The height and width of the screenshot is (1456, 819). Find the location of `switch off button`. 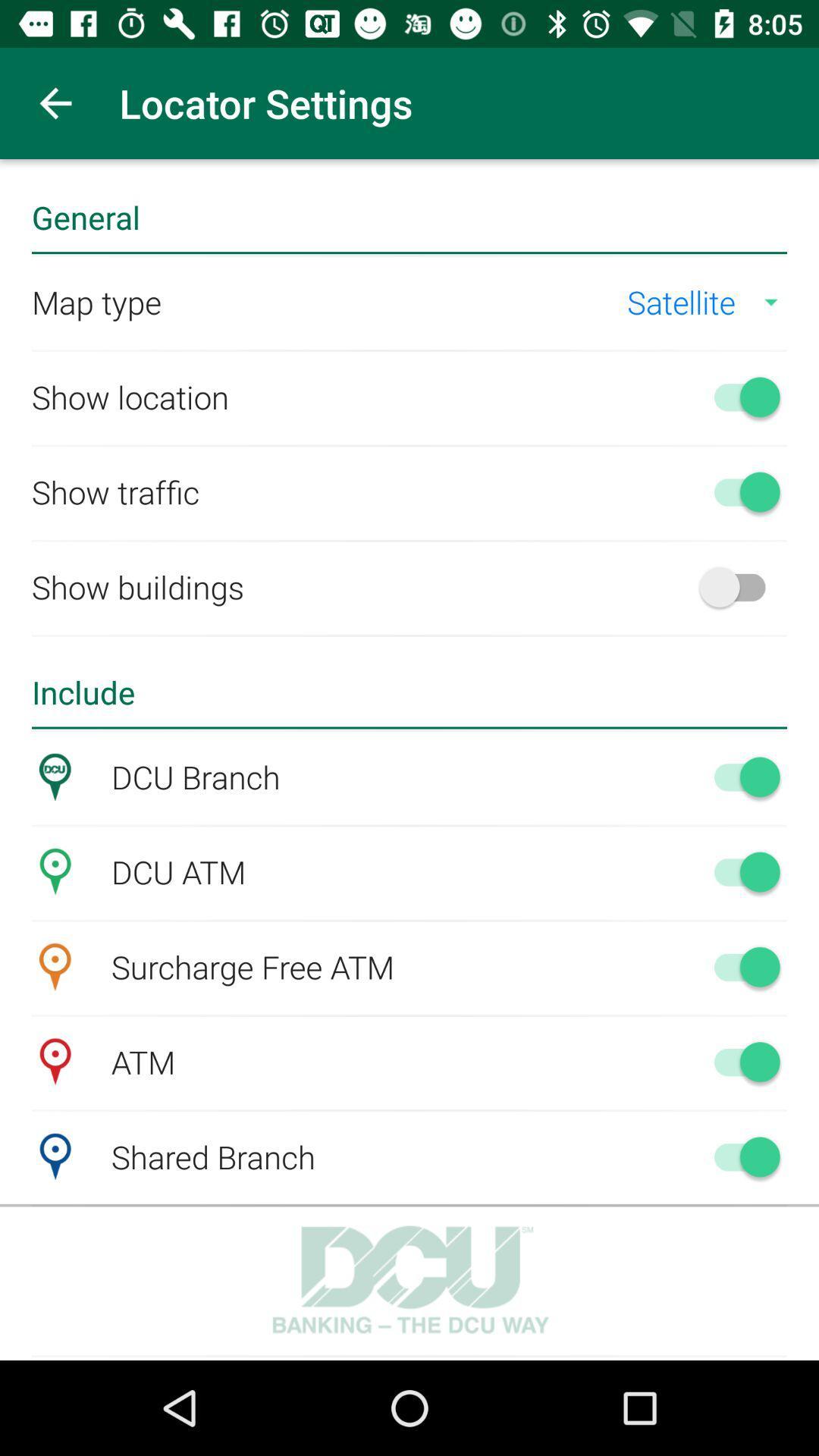

switch off button is located at coordinates (739, 1156).